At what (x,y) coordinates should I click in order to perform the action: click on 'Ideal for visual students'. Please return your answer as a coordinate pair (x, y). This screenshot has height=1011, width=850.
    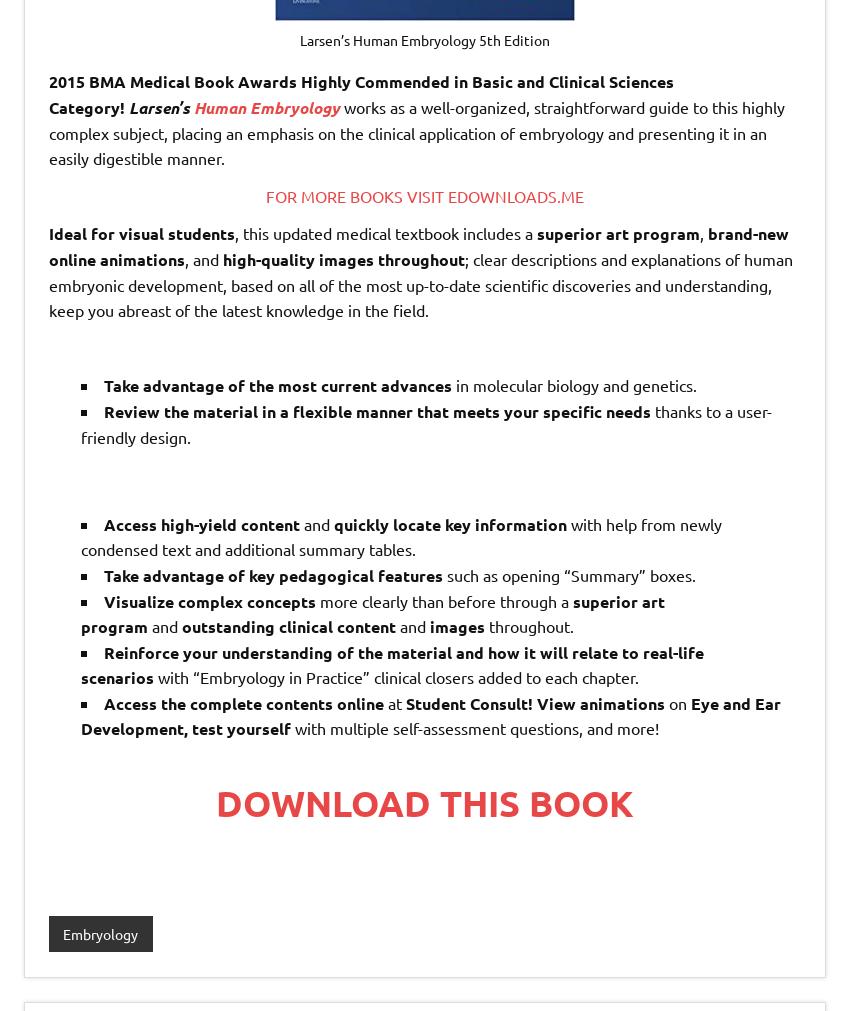
    Looking at the image, I should click on (142, 233).